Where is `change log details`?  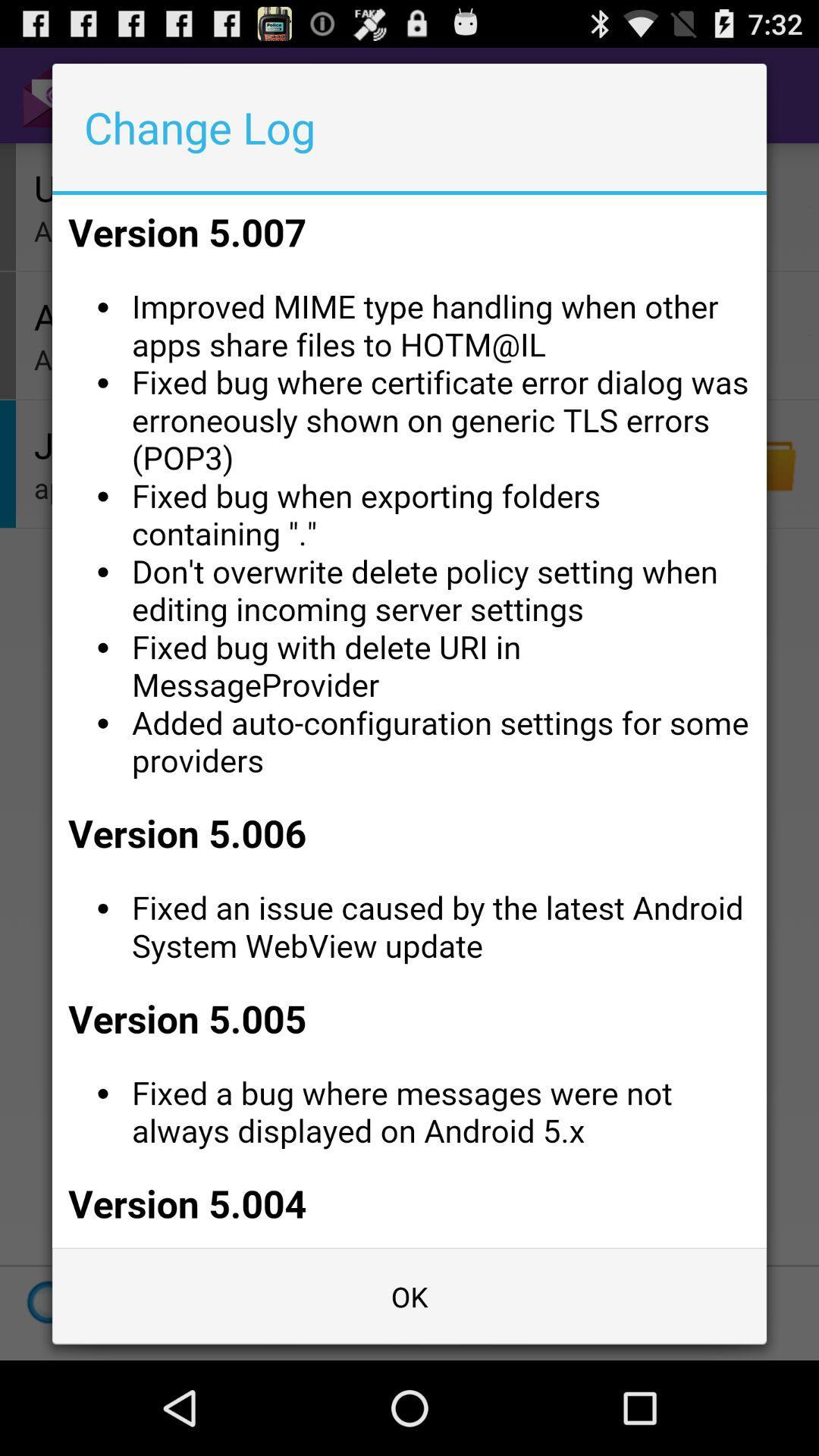 change log details is located at coordinates (409, 720).